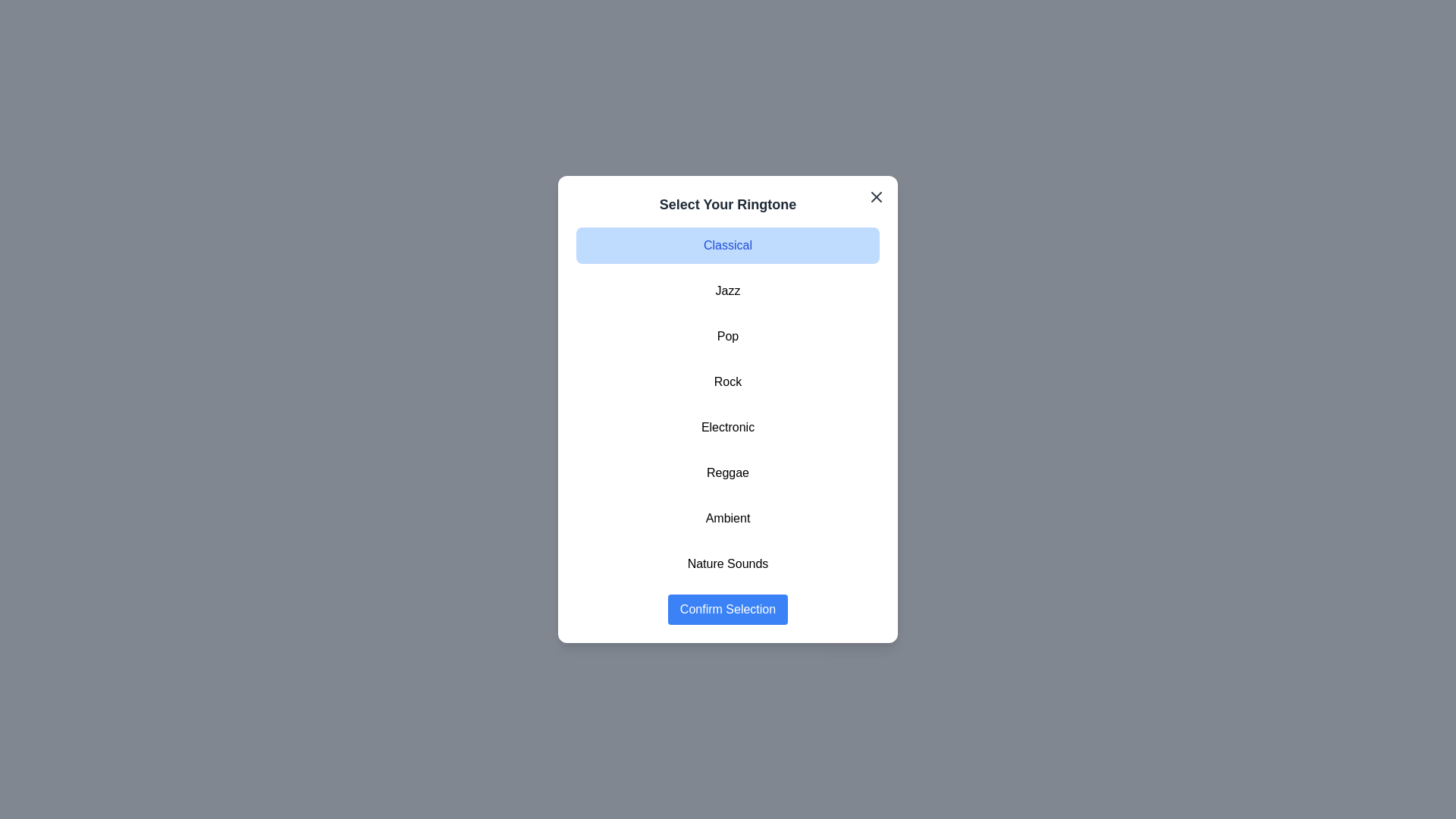 The image size is (1456, 819). What do you see at coordinates (728, 335) in the screenshot?
I see `the ringtone Pop from the list` at bounding box center [728, 335].